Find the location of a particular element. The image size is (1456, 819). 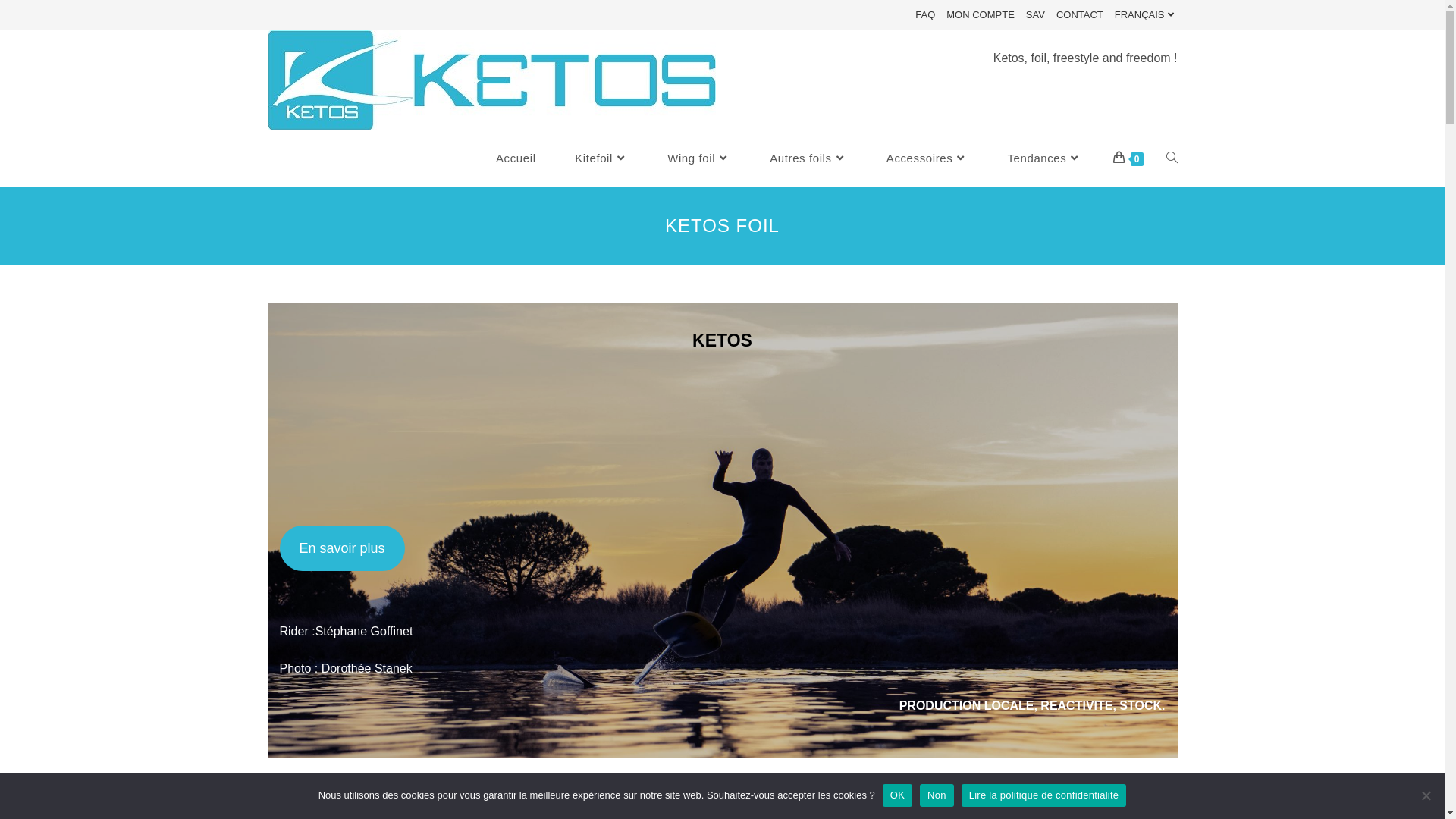

'Sitemap' is located at coordinates (1159, 800).